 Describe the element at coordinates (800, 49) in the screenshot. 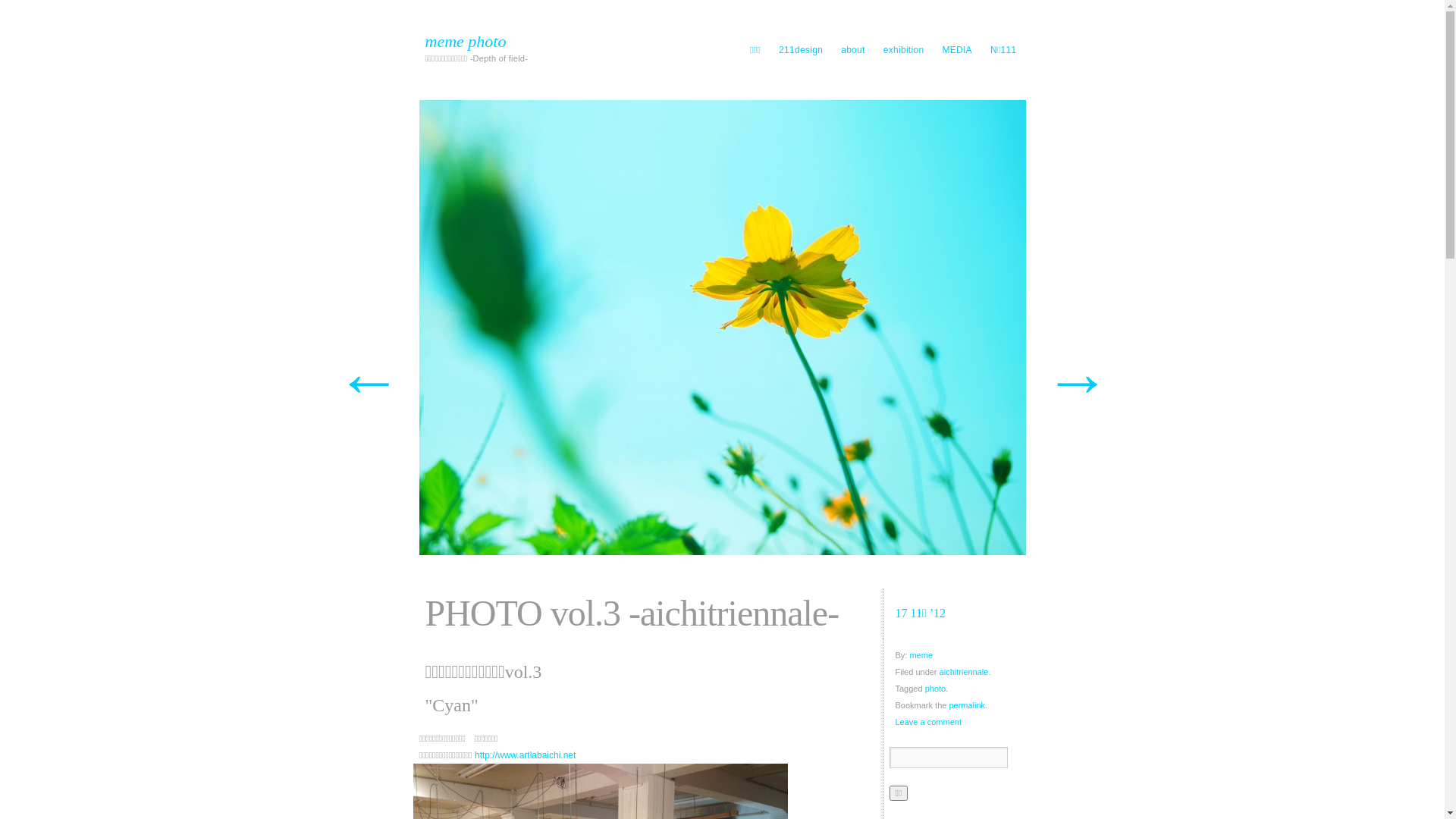

I see `'211design'` at that location.